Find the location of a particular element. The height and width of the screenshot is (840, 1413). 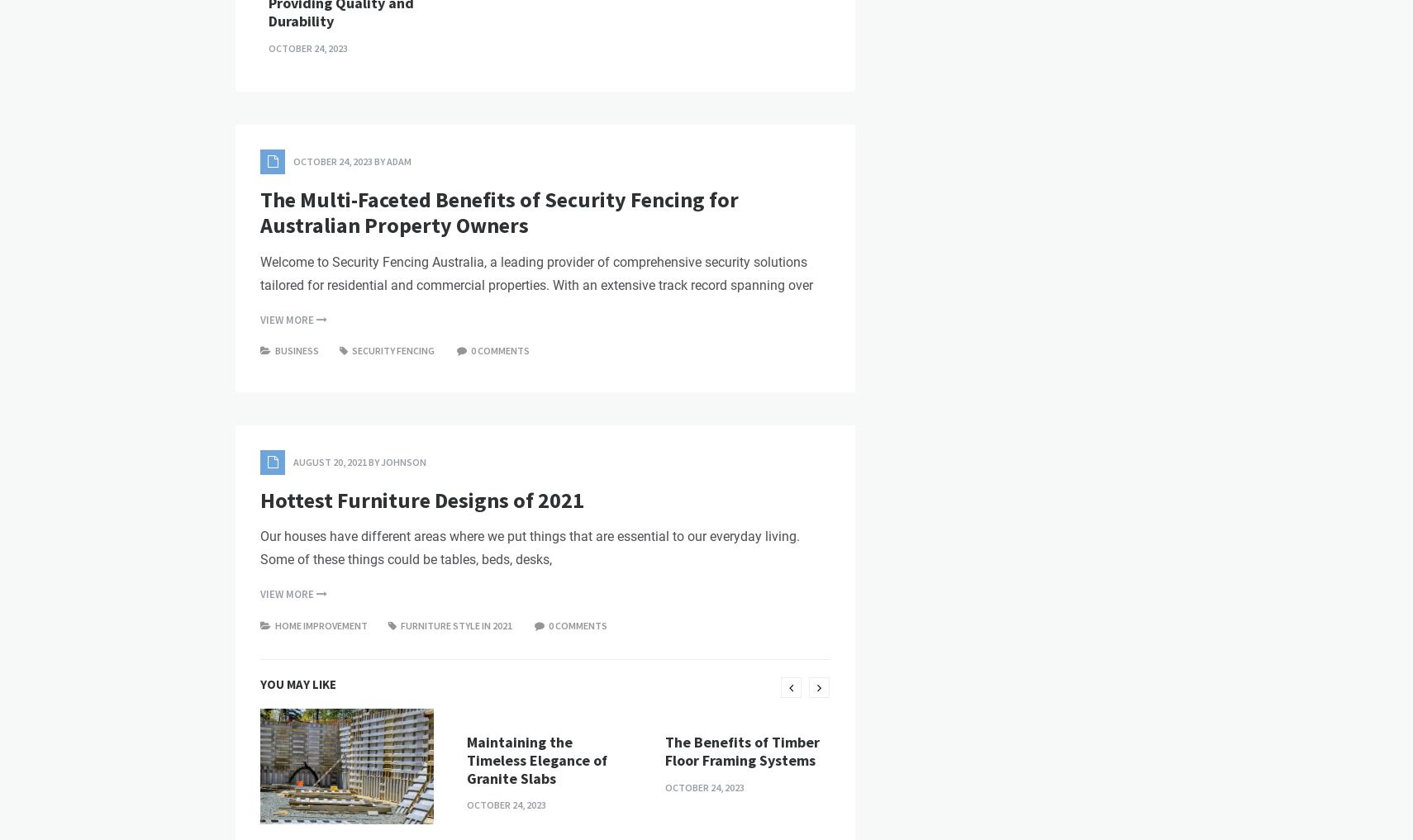

'View More' is located at coordinates (288, 600).